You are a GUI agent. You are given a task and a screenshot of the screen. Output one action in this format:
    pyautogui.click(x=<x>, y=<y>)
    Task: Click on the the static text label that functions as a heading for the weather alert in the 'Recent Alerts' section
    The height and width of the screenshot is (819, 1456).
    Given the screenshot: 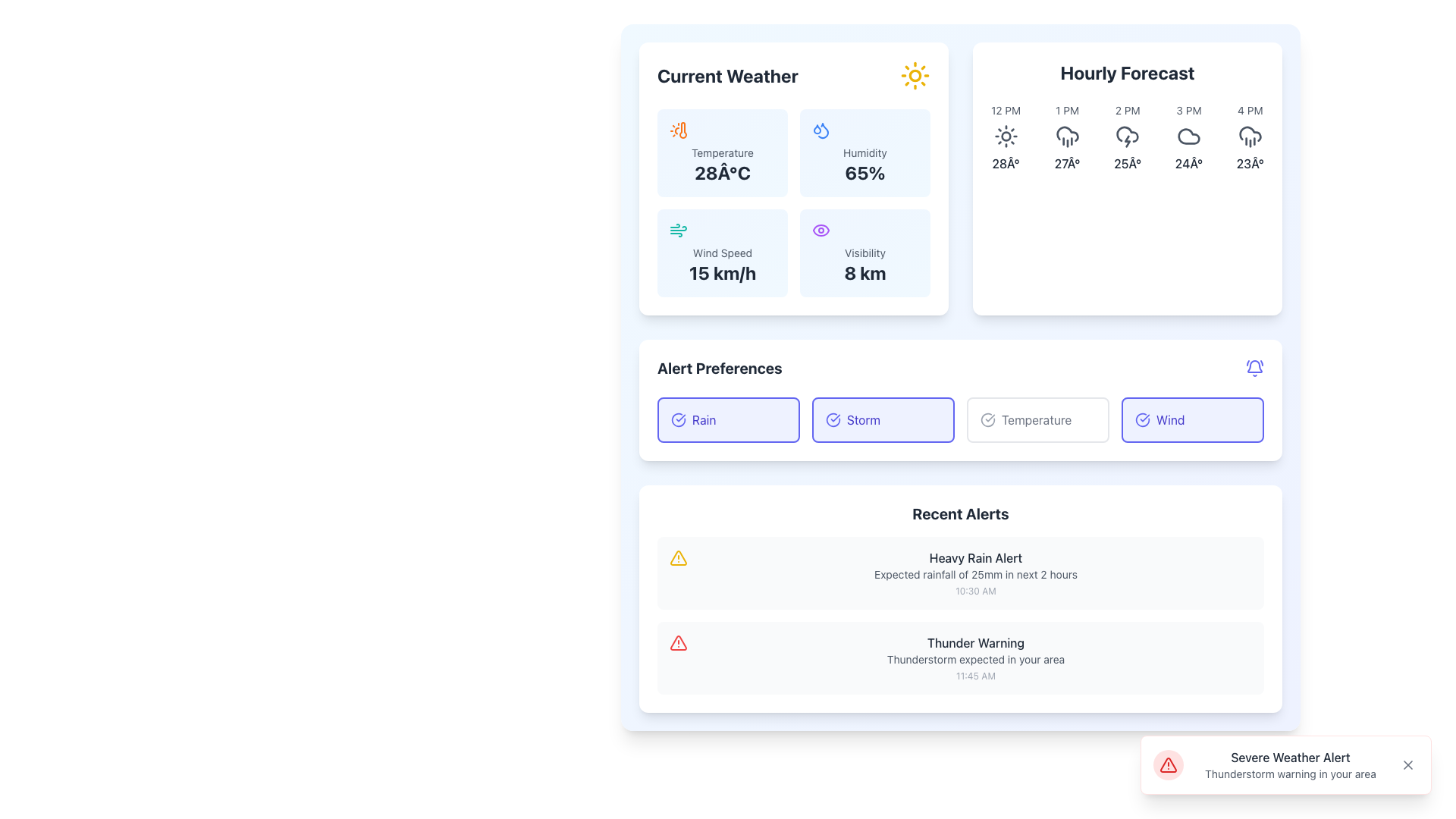 What is the action you would take?
    pyautogui.click(x=975, y=558)
    